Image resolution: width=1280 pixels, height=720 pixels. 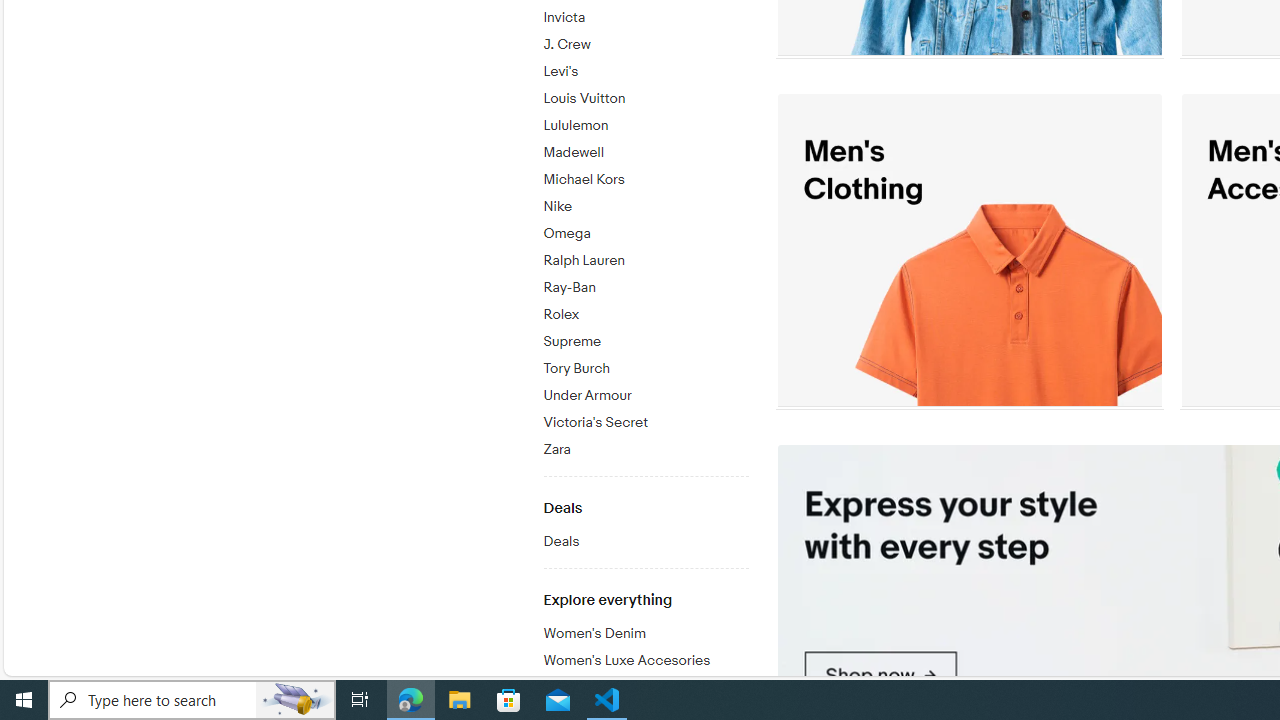 I want to click on 'Ralph Lauren', so click(x=645, y=260).